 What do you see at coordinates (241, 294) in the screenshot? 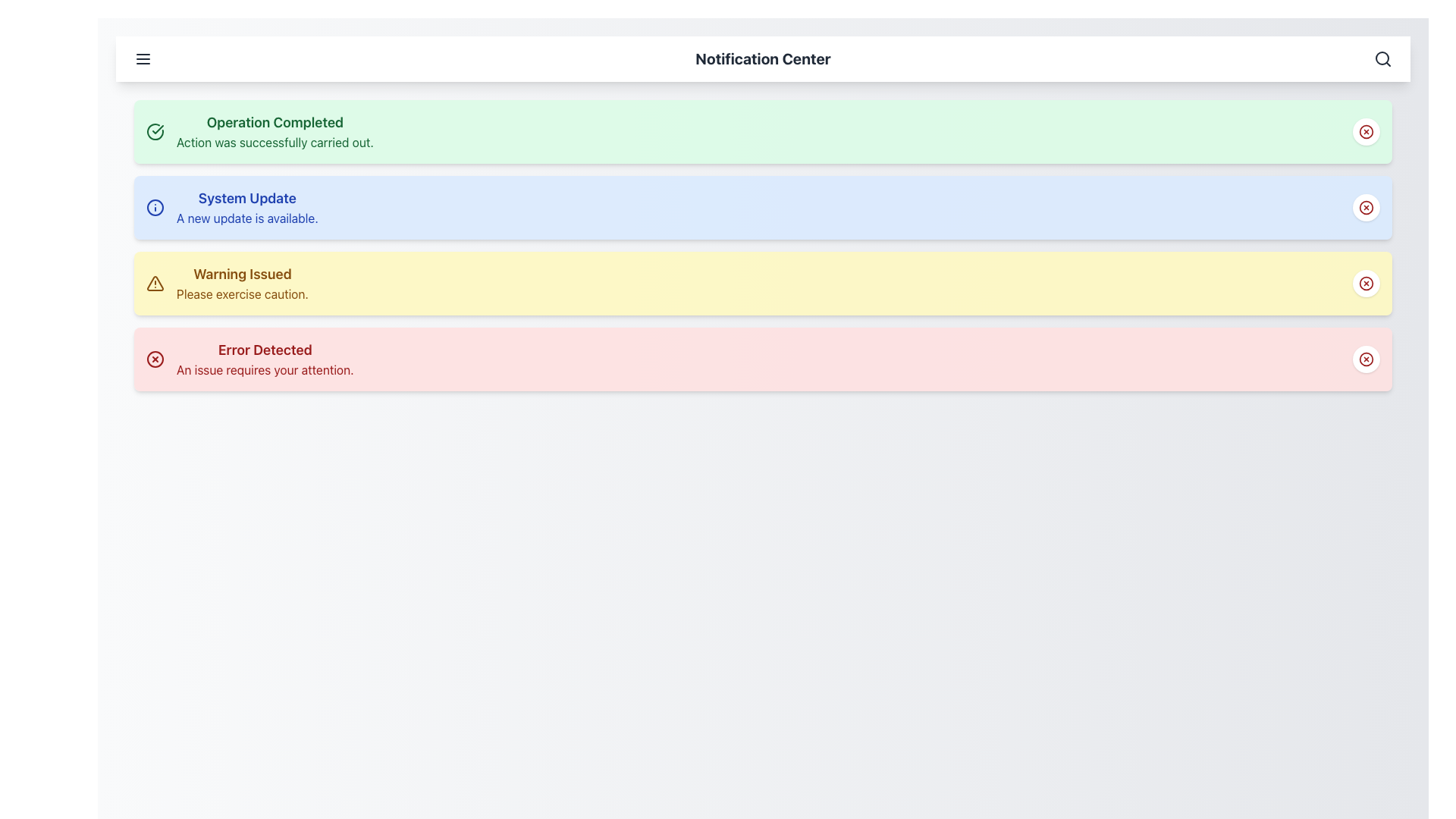
I see `auxiliary description text located directly under the 'Warning Issued' heading in the third notification box, which is highlighted in yellow` at bounding box center [241, 294].